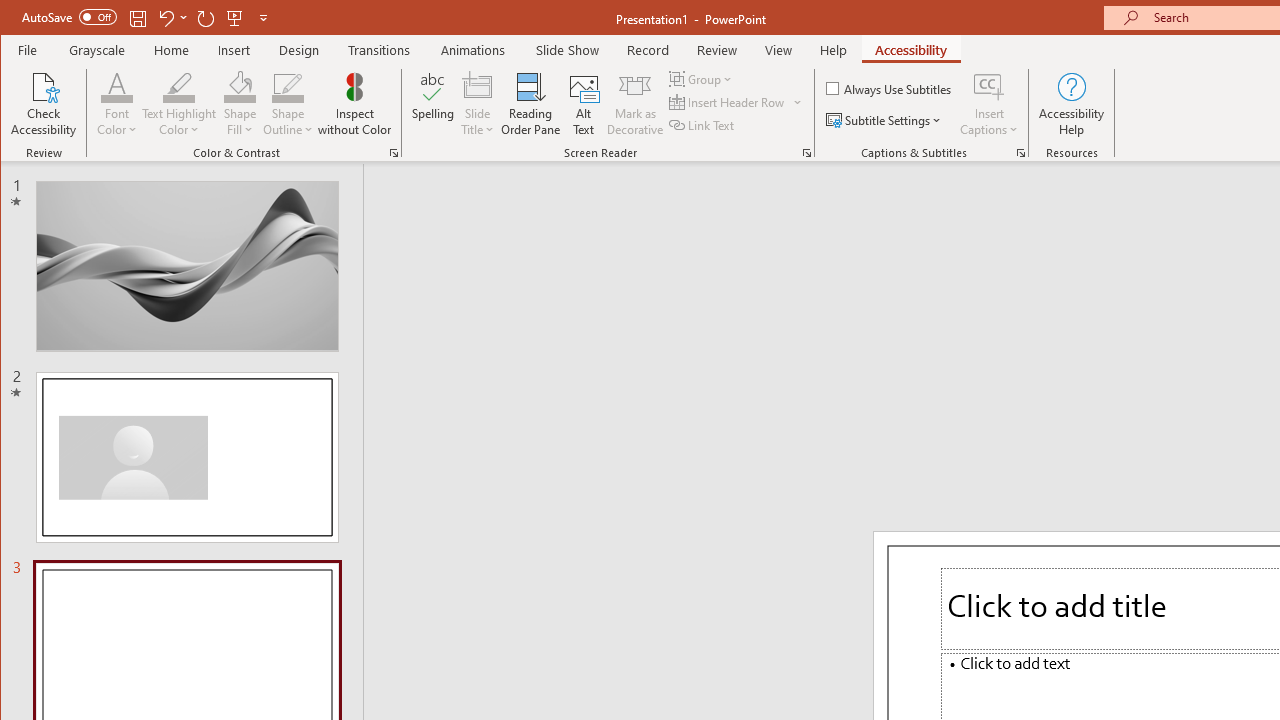 The image size is (1280, 720). Describe the element at coordinates (989, 85) in the screenshot. I see `'Insert Captions'` at that location.